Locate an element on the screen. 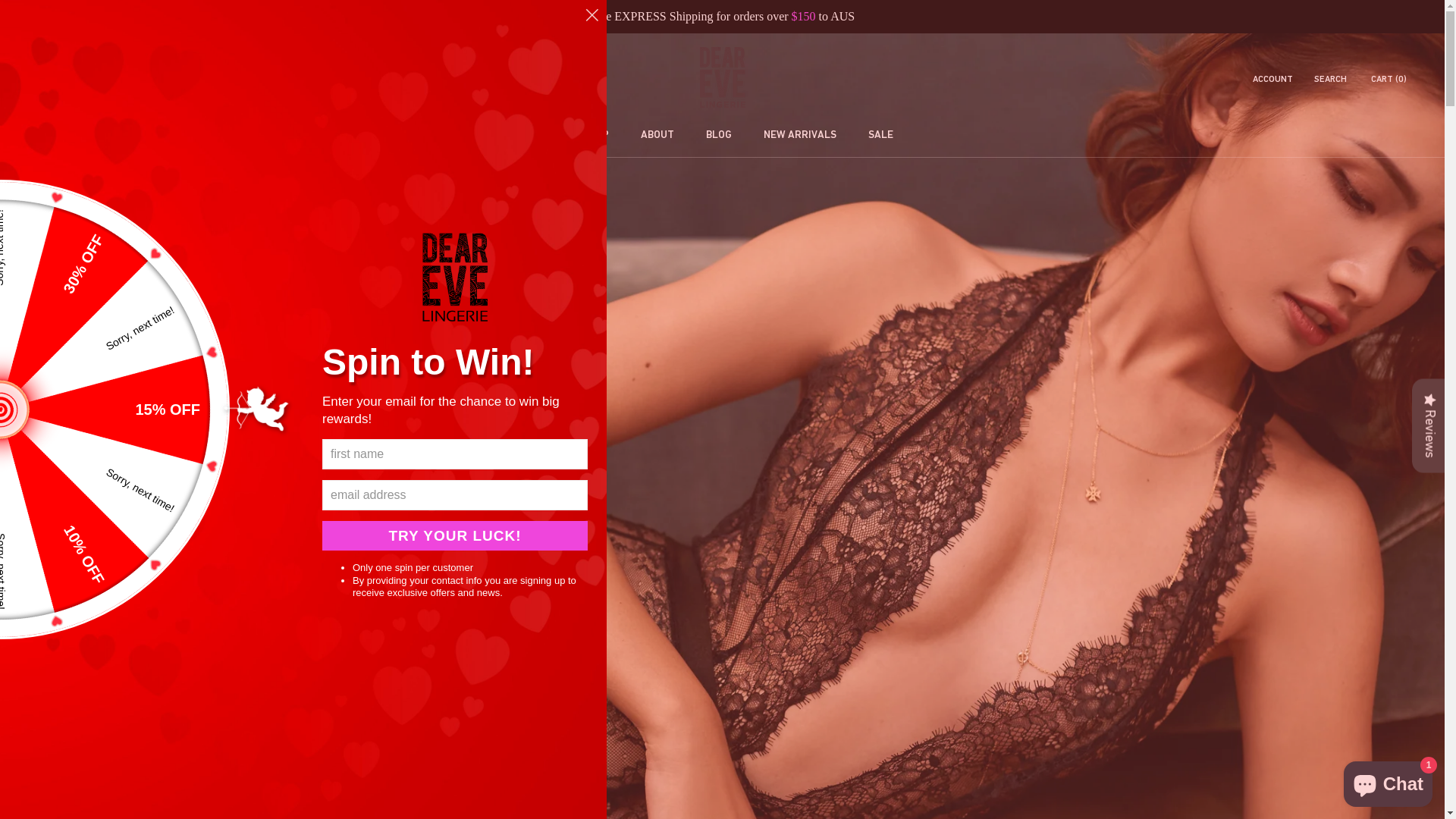 This screenshot has height=819, width=1456. 'ABOUT is located at coordinates (625, 133).